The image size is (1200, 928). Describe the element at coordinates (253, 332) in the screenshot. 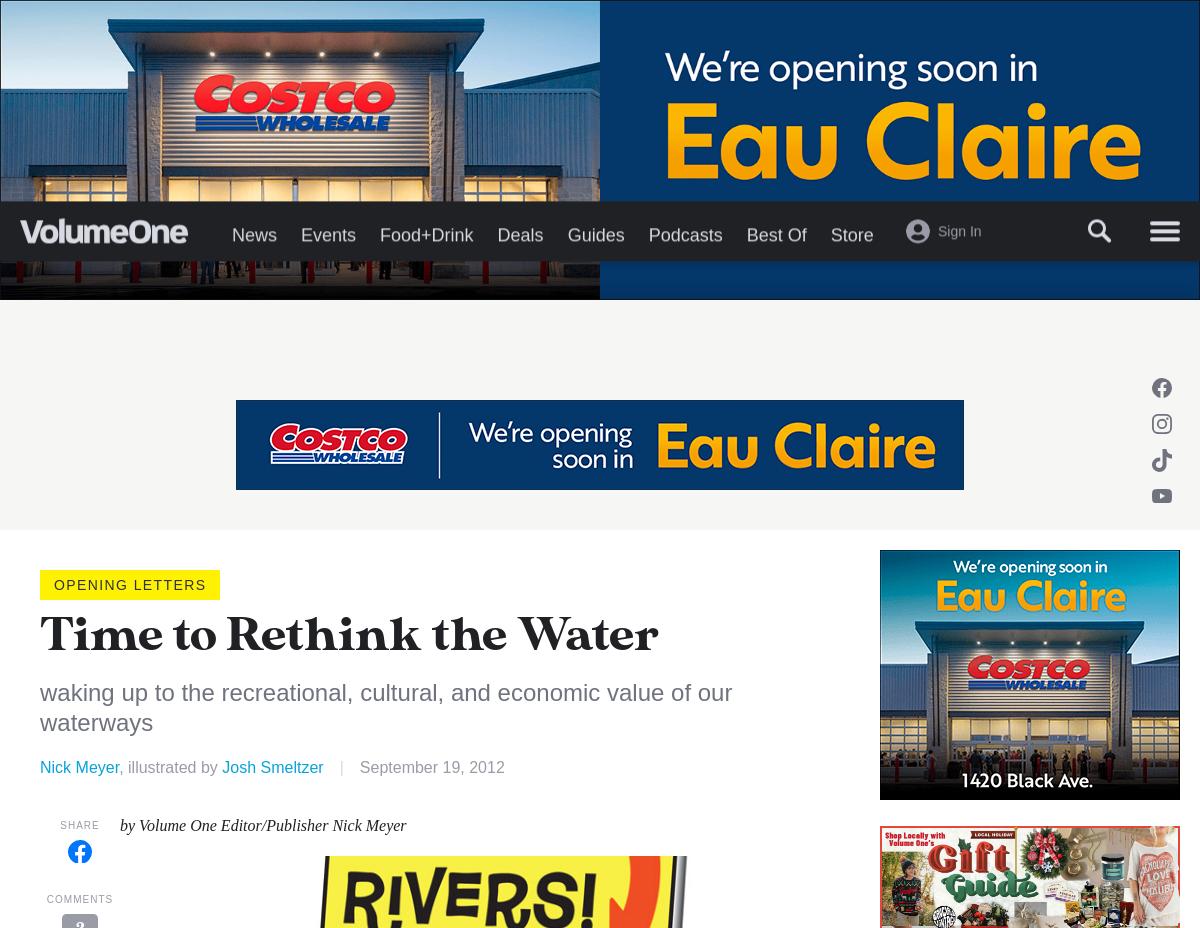

I see `'News'` at that location.